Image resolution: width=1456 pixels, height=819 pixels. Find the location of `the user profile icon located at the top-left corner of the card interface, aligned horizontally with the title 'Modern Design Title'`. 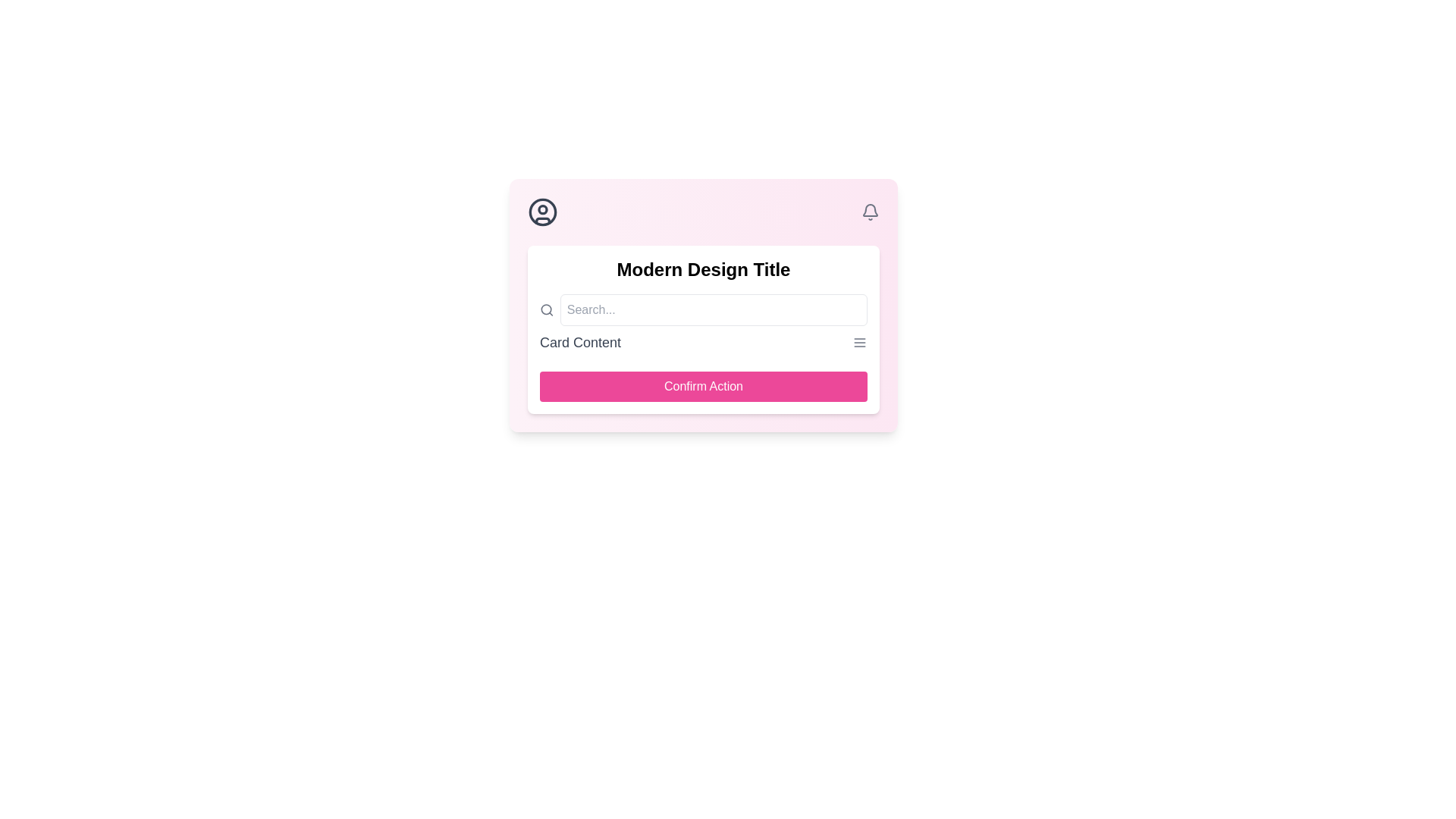

the user profile icon located at the top-left corner of the card interface, aligned horizontally with the title 'Modern Design Title' is located at coordinates (542, 212).